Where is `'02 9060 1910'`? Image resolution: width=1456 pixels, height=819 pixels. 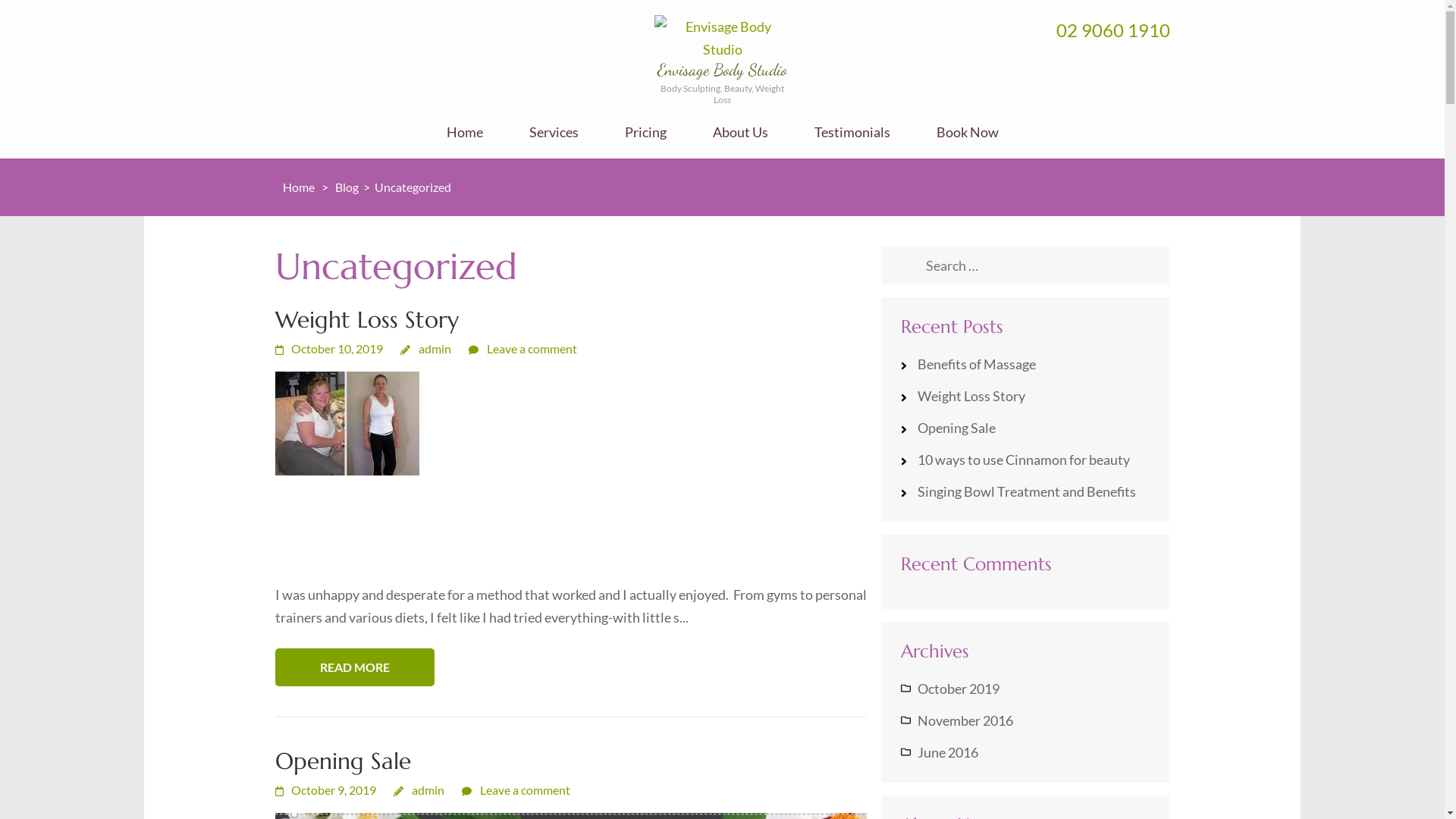 '02 9060 1910' is located at coordinates (1112, 30).